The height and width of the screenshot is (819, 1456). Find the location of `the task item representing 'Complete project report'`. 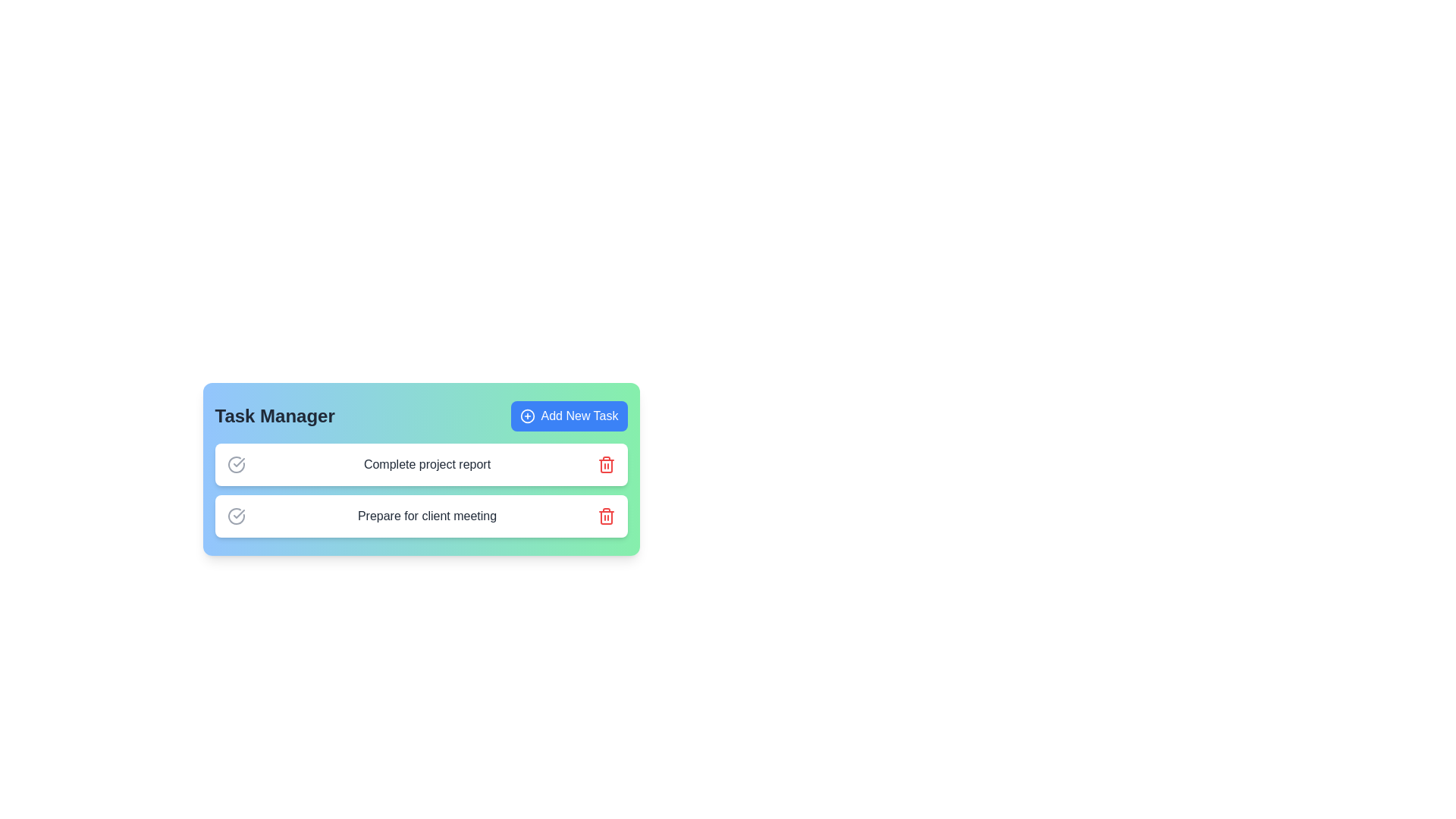

the task item representing 'Complete project report' is located at coordinates (421, 464).